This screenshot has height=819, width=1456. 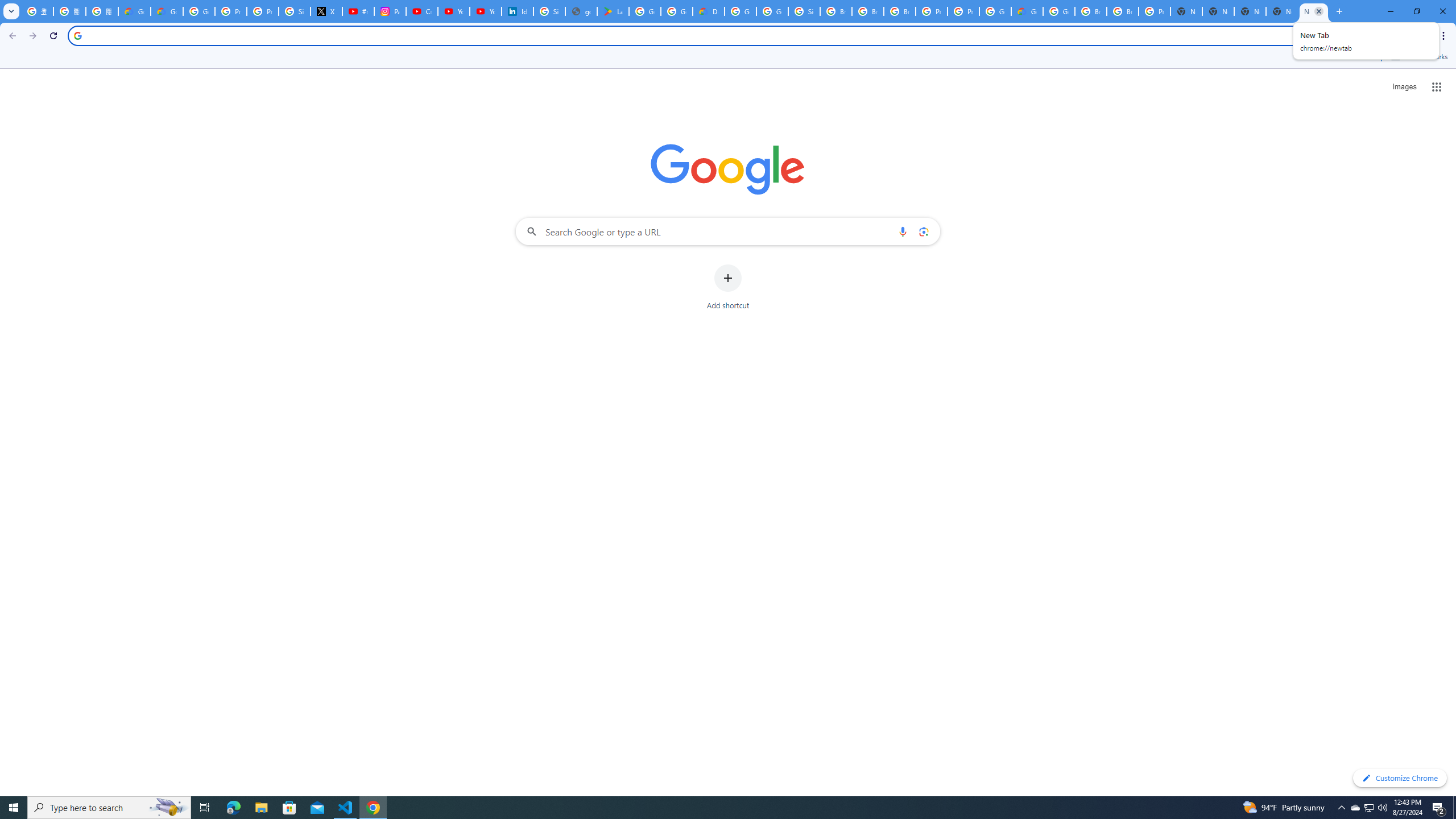 What do you see at coordinates (1027, 11) in the screenshot?
I see `'Google Cloud Estimate Summary'` at bounding box center [1027, 11].